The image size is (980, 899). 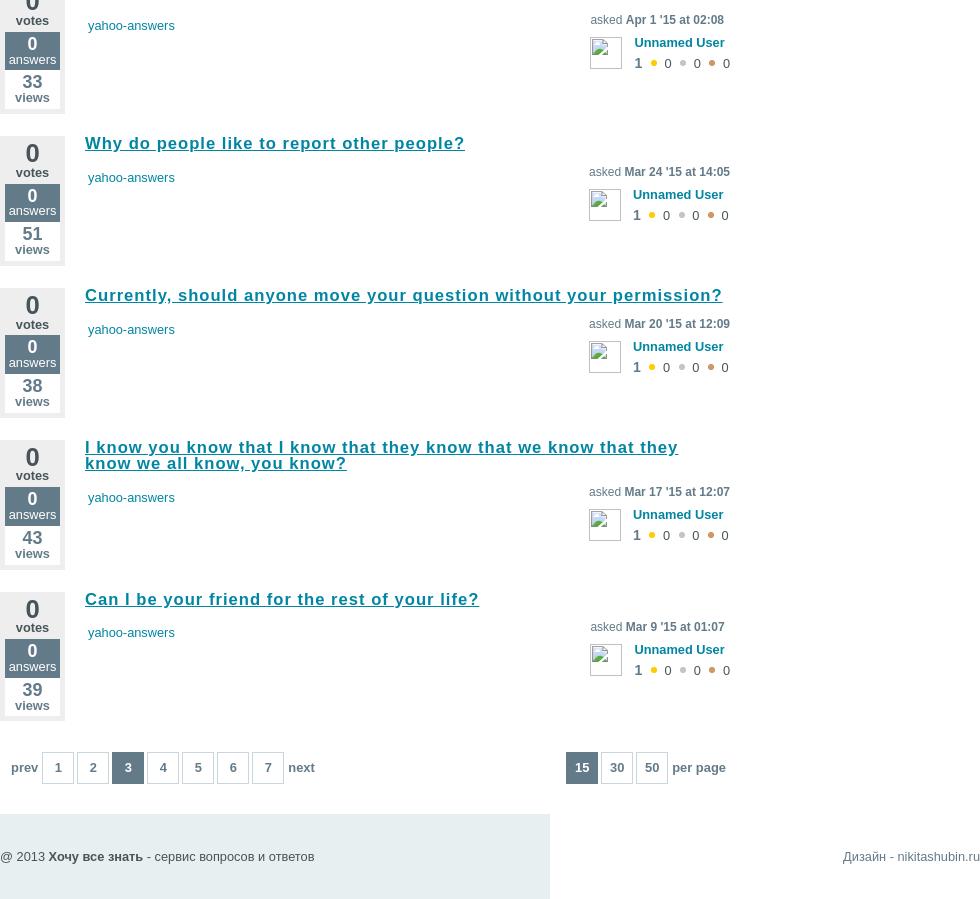 I want to click on '51', so click(x=21, y=234).